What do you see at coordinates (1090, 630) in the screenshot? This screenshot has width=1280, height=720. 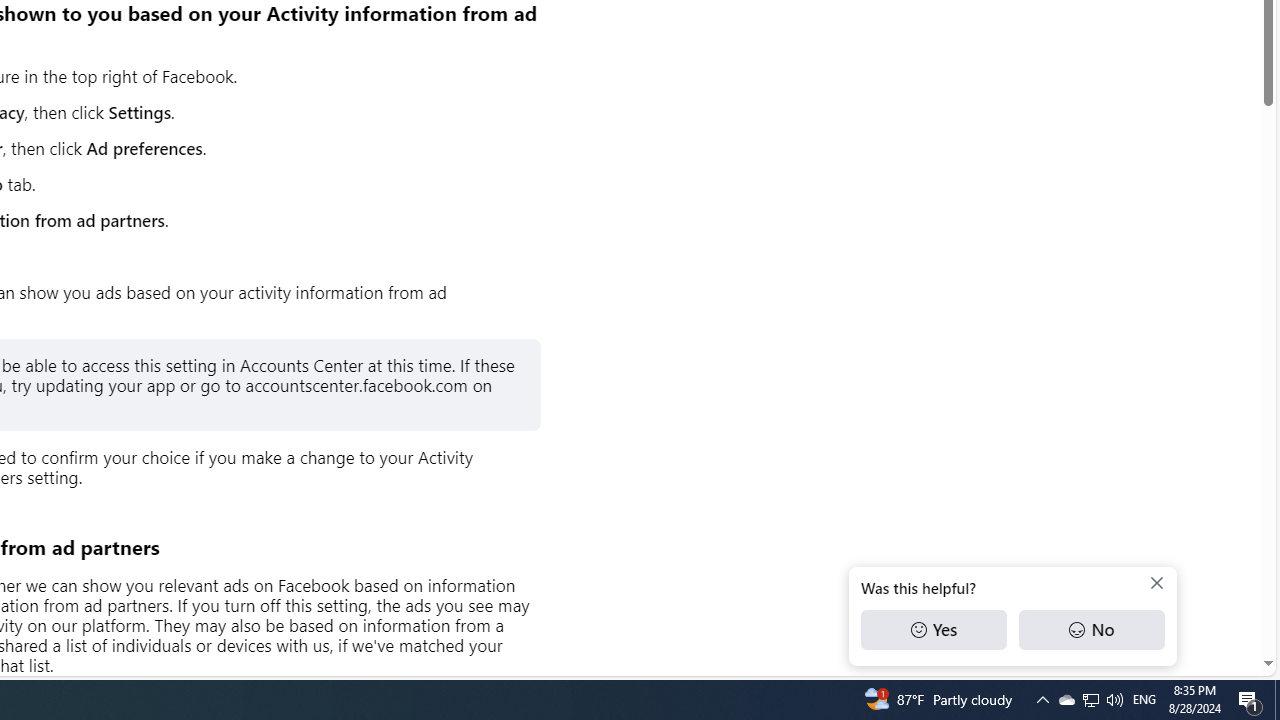 I see `'No'` at bounding box center [1090, 630].